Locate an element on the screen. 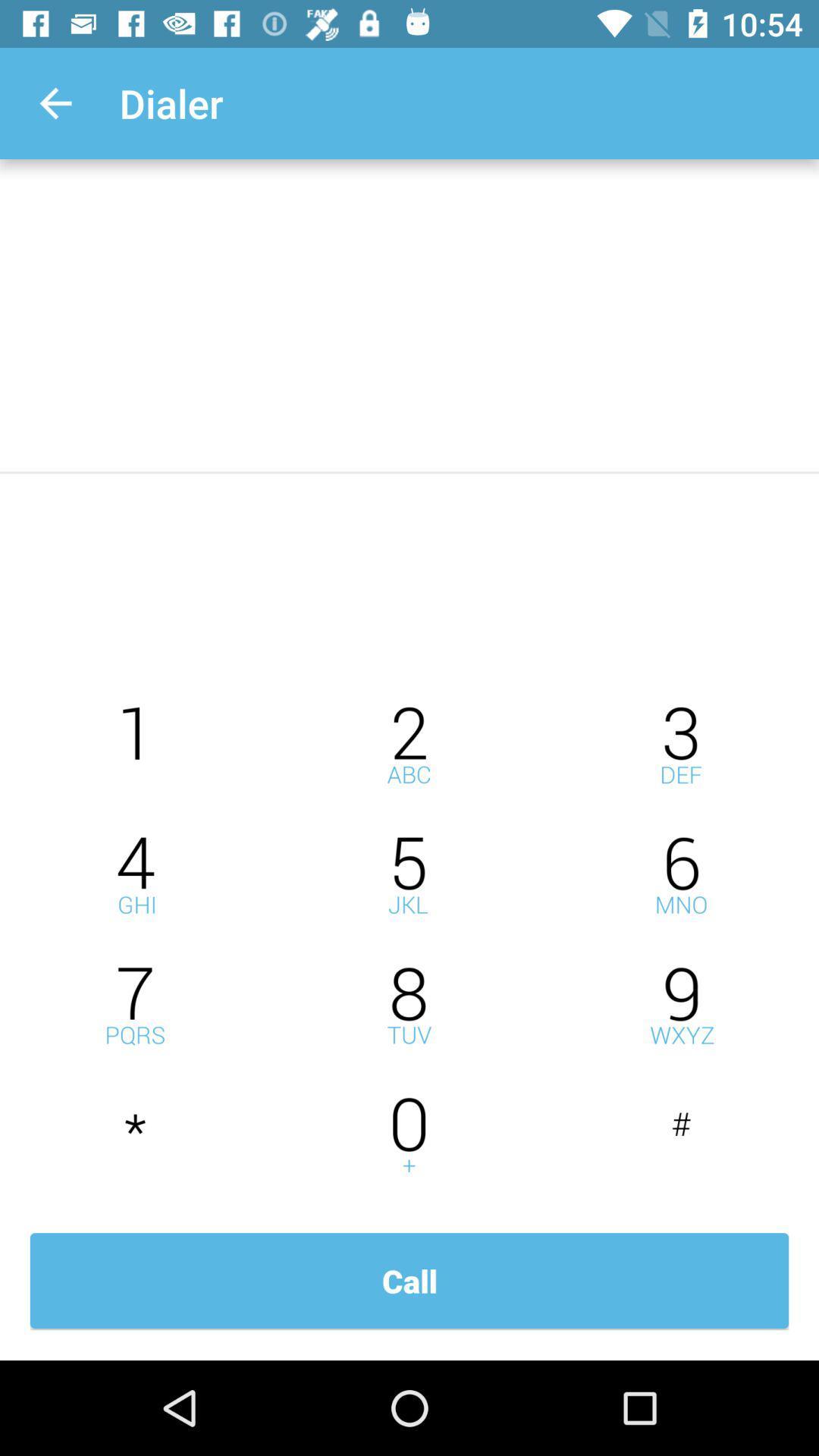  the help icon is located at coordinates (409, 745).